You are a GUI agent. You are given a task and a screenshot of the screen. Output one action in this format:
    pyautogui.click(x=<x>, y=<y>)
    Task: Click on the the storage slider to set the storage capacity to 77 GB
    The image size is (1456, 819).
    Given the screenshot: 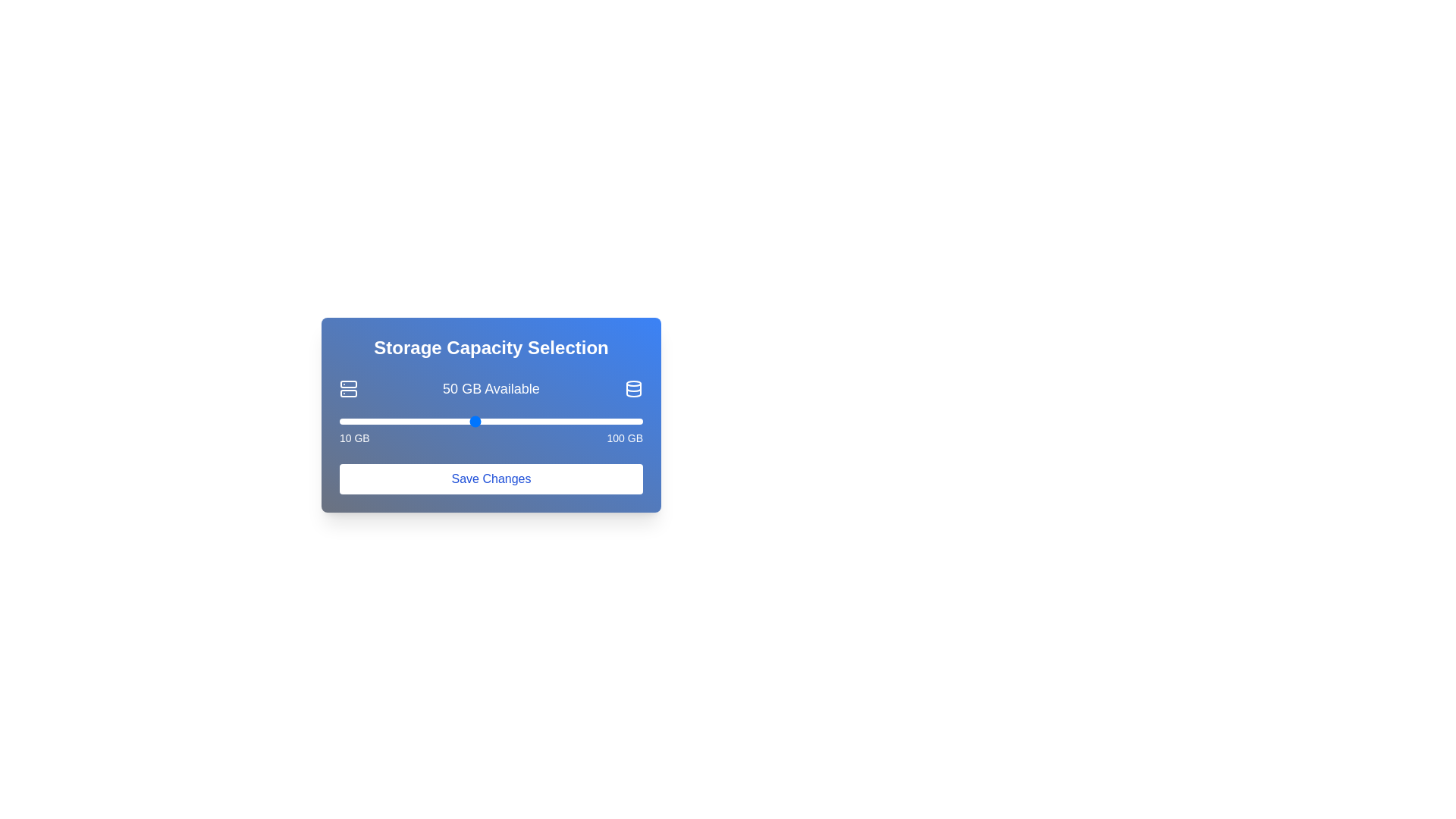 What is the action you would take?
    pyautogui.click(x=564, y=421)
    